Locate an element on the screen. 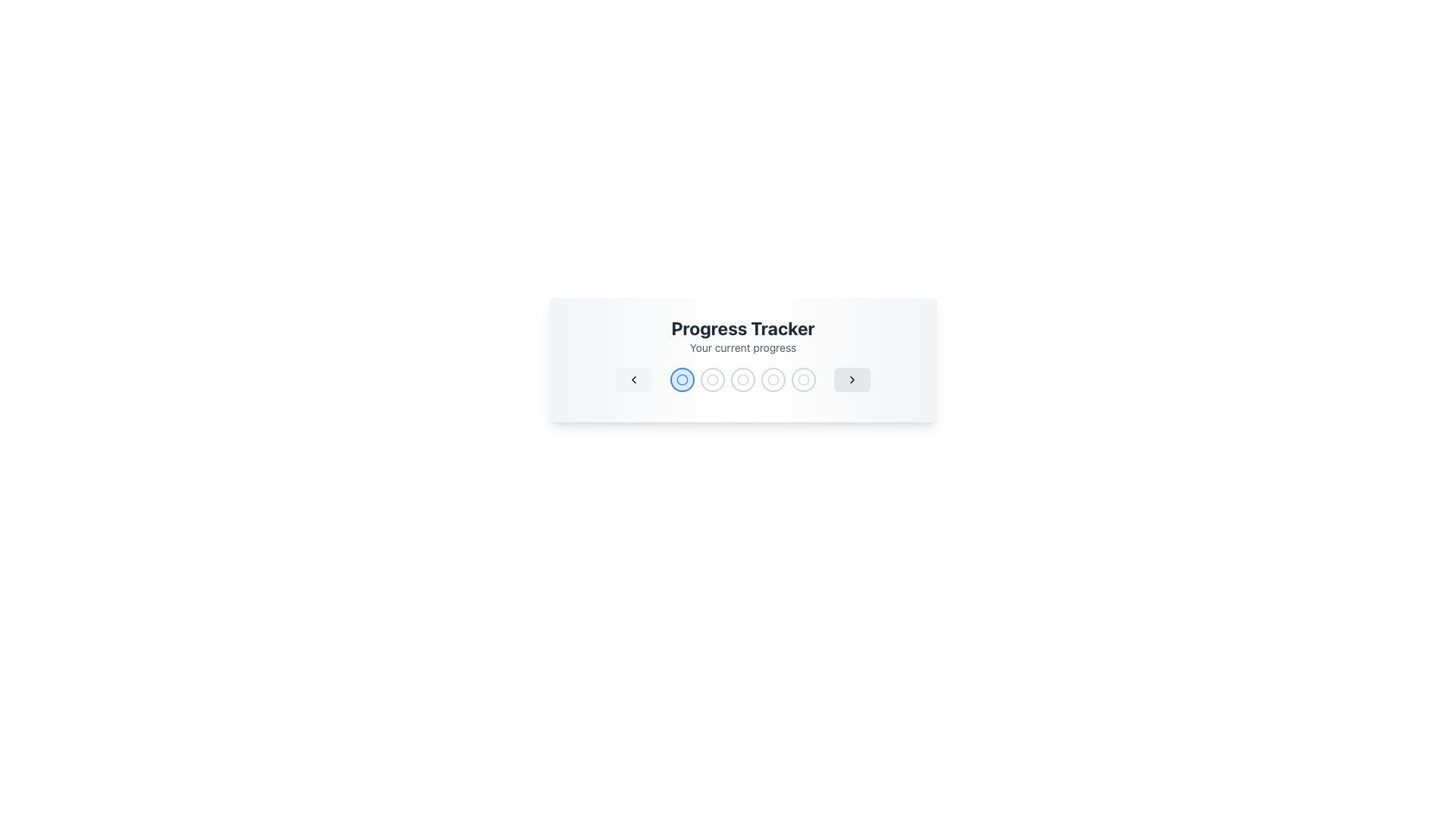 Image resolution: width=1456 pixels, height=819 pixels. the title section that presents information about the user's progress, which is centrally located above a row of circular step indicators is located at coordinates (742, 335).